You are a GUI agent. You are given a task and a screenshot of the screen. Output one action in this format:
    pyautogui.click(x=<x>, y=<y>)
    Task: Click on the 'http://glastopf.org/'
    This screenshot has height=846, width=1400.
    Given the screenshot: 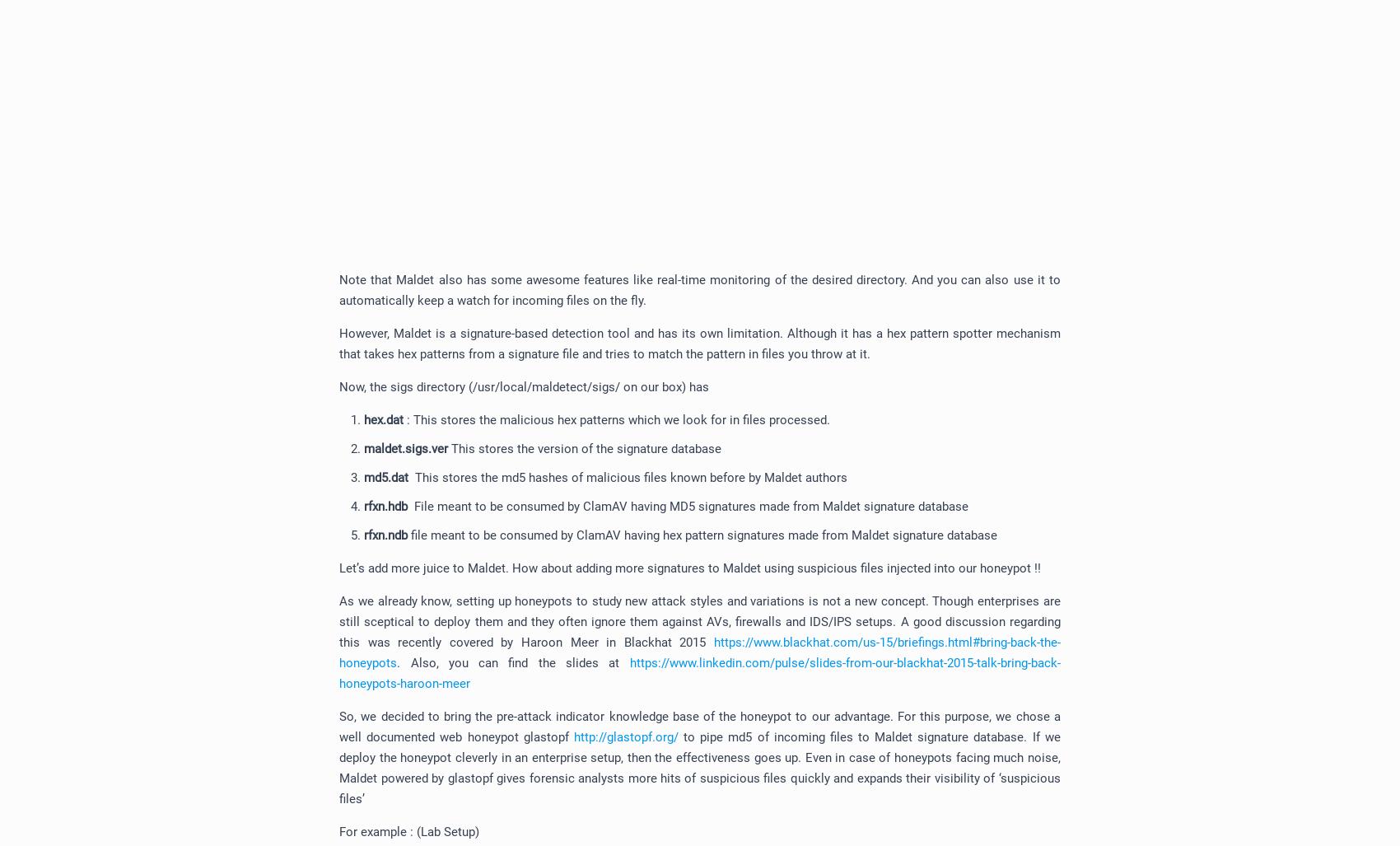 What is the action you would take?
    pyautogui.click(x=624, y=736)
    